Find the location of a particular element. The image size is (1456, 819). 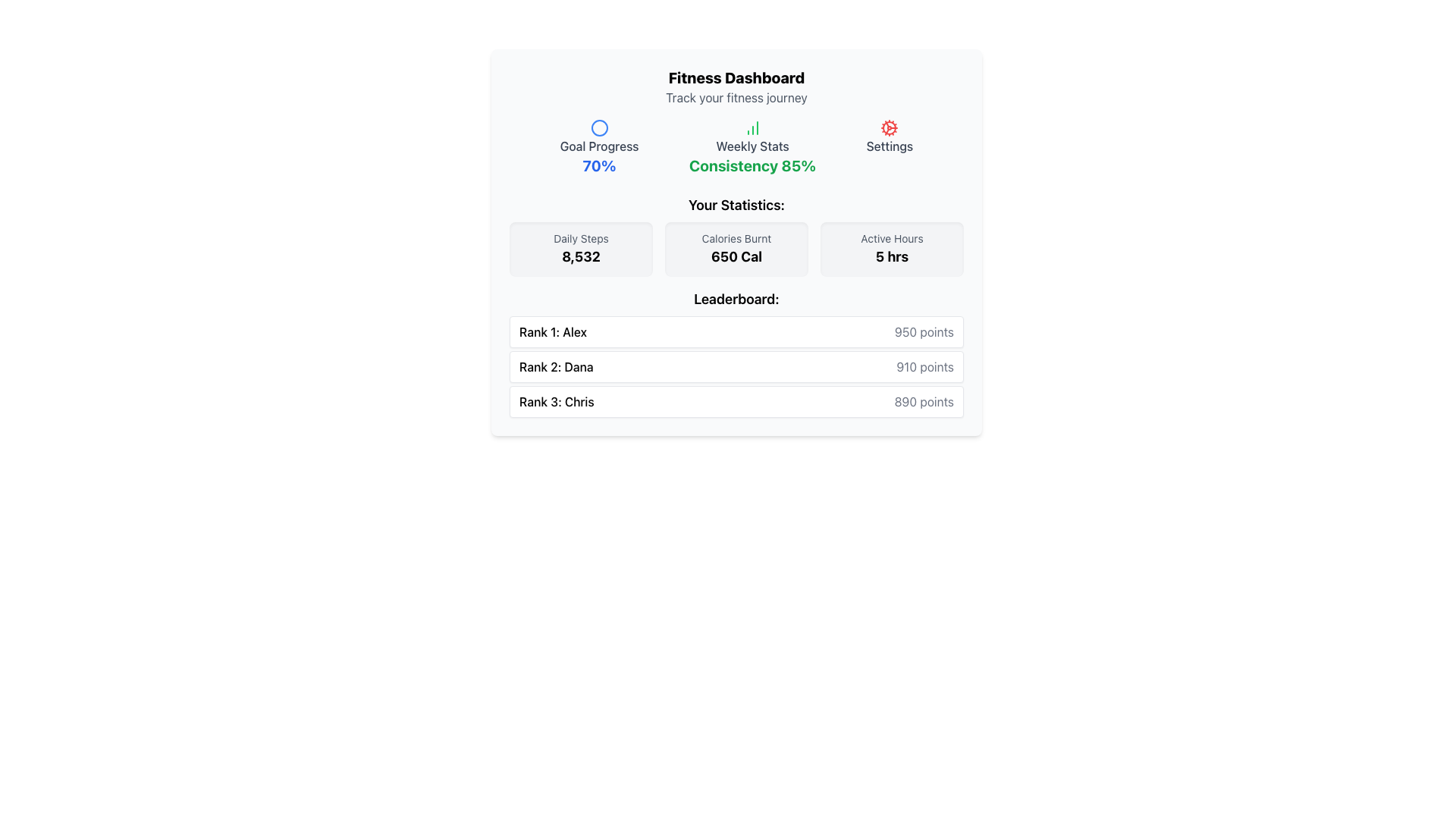

the header text block of the 'Fitness Dashboard' section, which serves as an introductory text for the content that follows is located at coordinates (736, 87).